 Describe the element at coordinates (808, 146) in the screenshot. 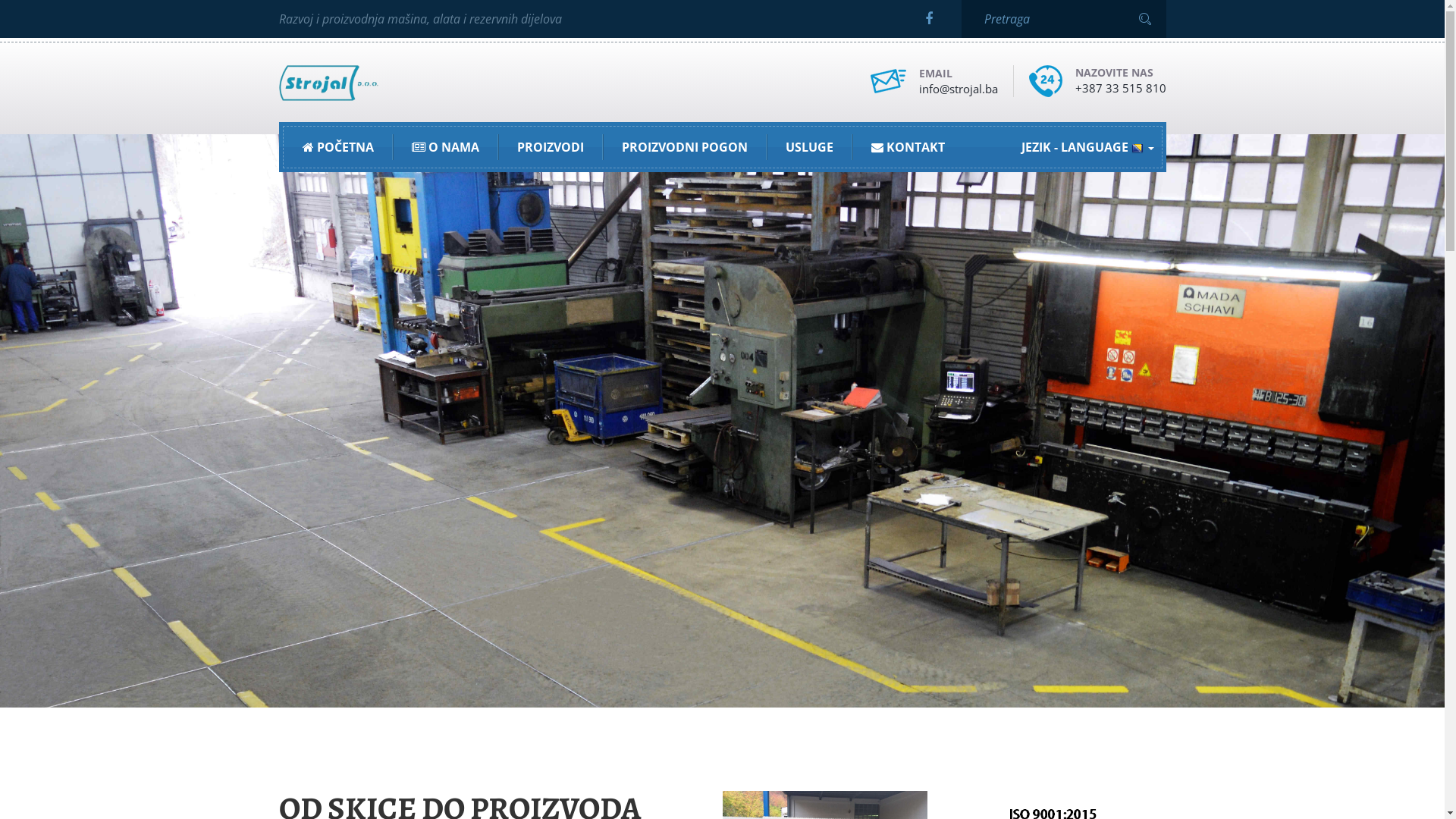

I see `'USLUGE'` at that location.